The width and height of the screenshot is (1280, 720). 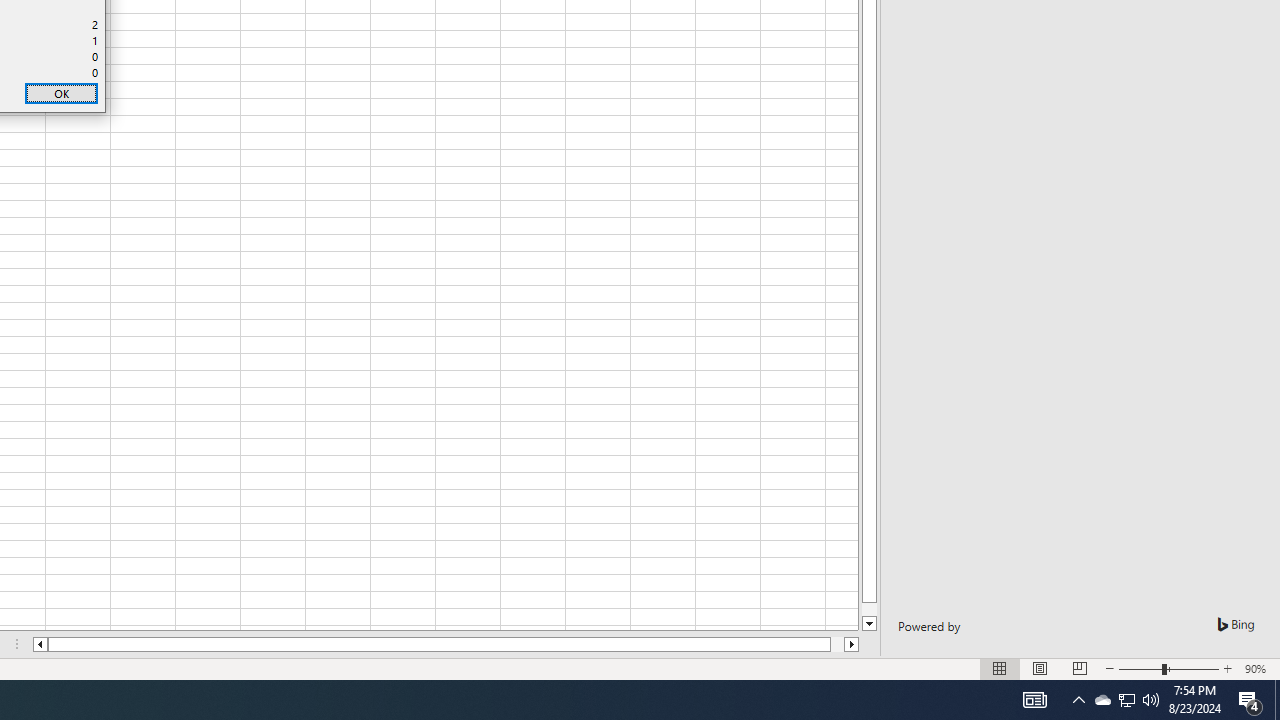 I want to click on 'Column left', so click(x=39, y=644).